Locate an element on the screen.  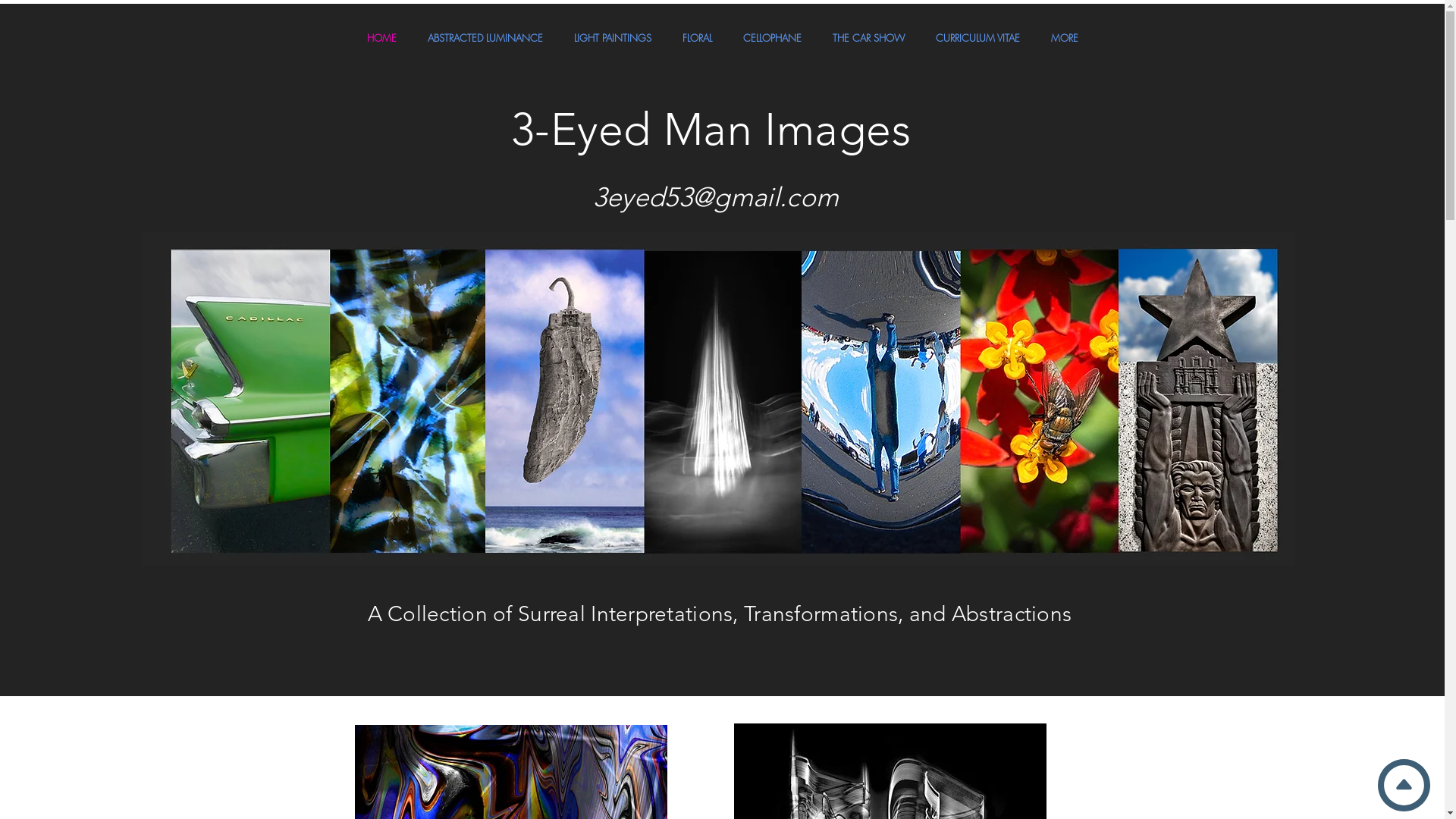
'FLORAL' is located at coordinates (697, 37).